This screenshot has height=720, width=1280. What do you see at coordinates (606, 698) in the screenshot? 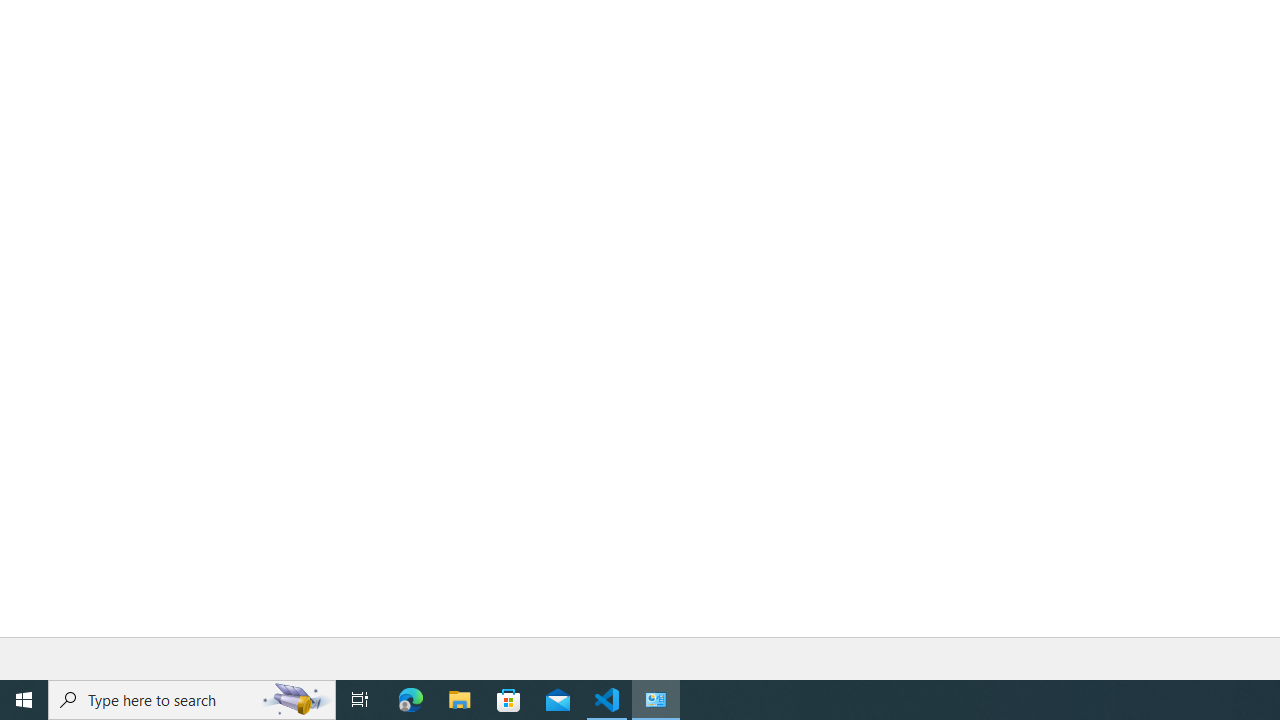
I see `'Visual Studio Code - 1 running window'` at bounding box center [606, 698].